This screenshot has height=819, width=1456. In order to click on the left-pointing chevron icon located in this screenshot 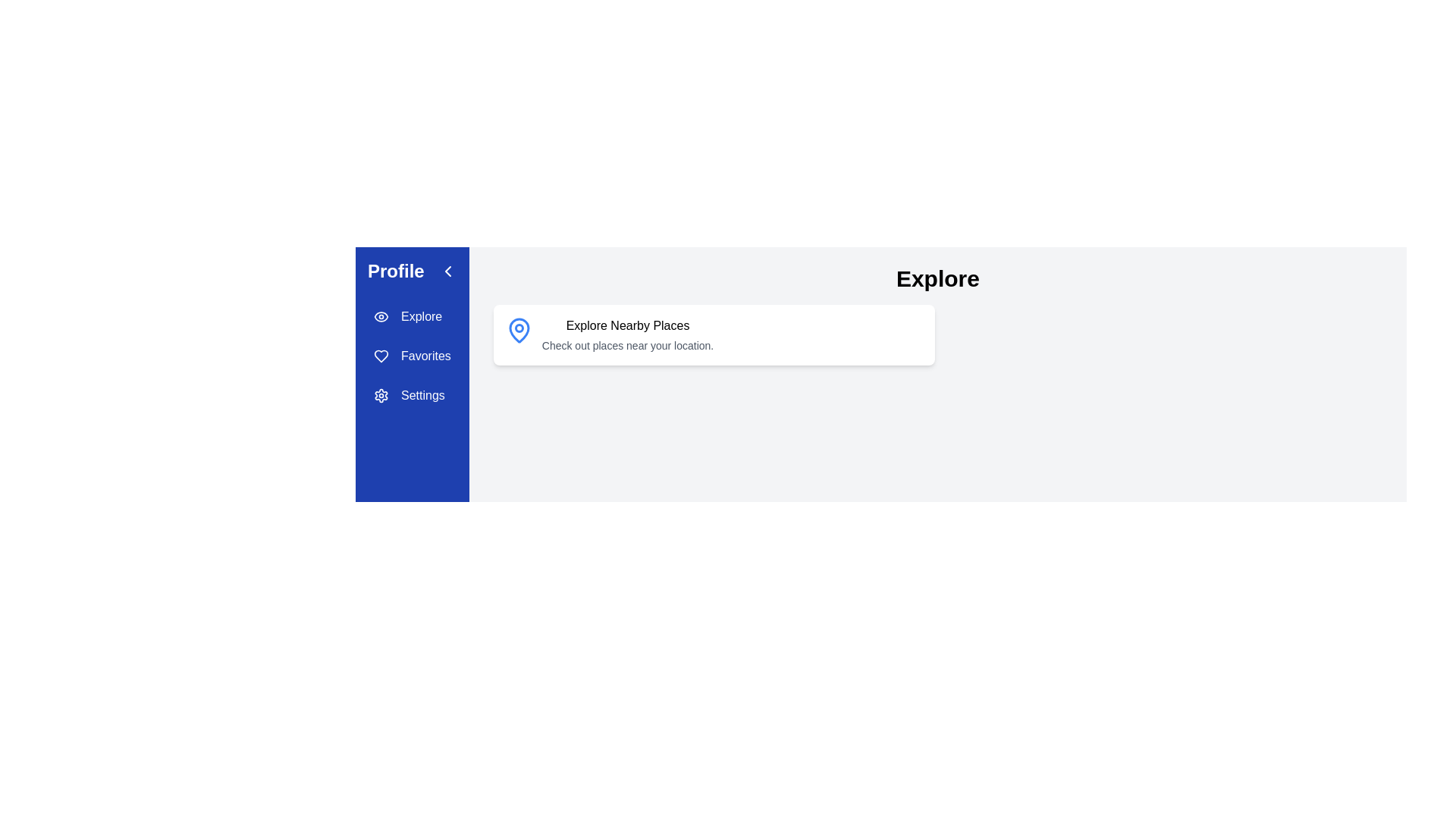, I will do `click(447, 271)`.